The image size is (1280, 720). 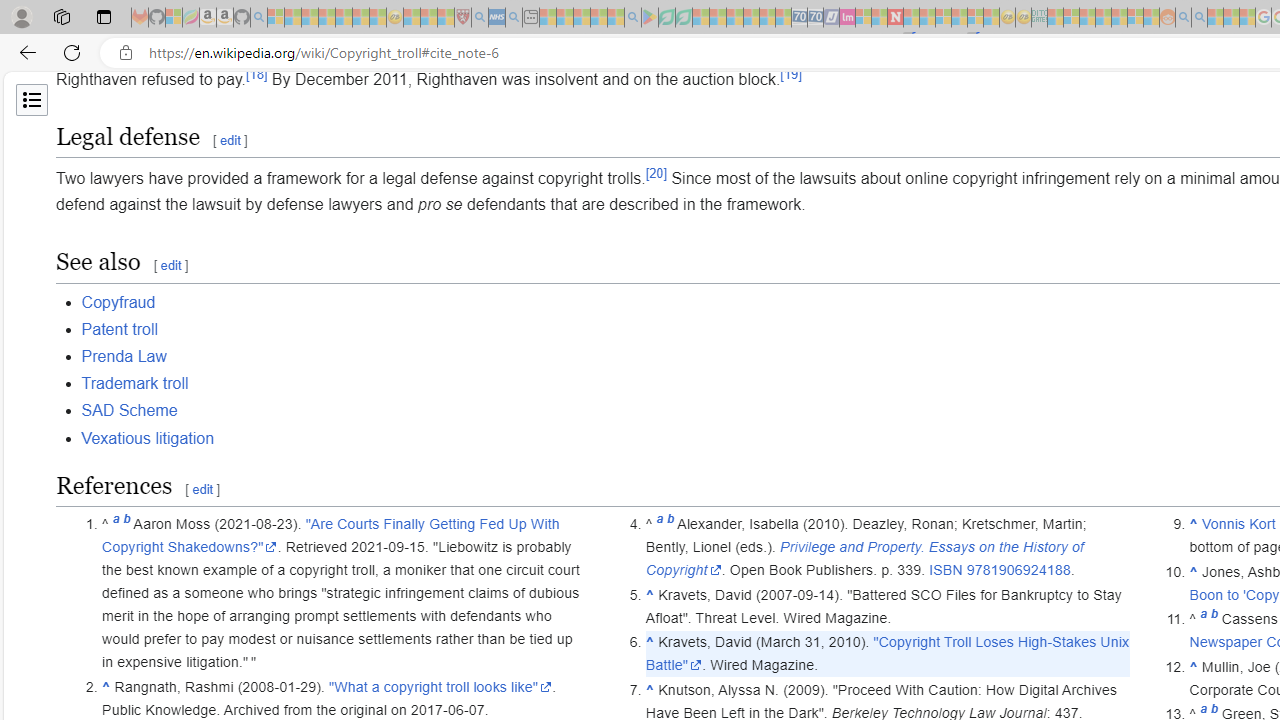 I want to click on 'Prenda Law', so click(x=122, y=355).